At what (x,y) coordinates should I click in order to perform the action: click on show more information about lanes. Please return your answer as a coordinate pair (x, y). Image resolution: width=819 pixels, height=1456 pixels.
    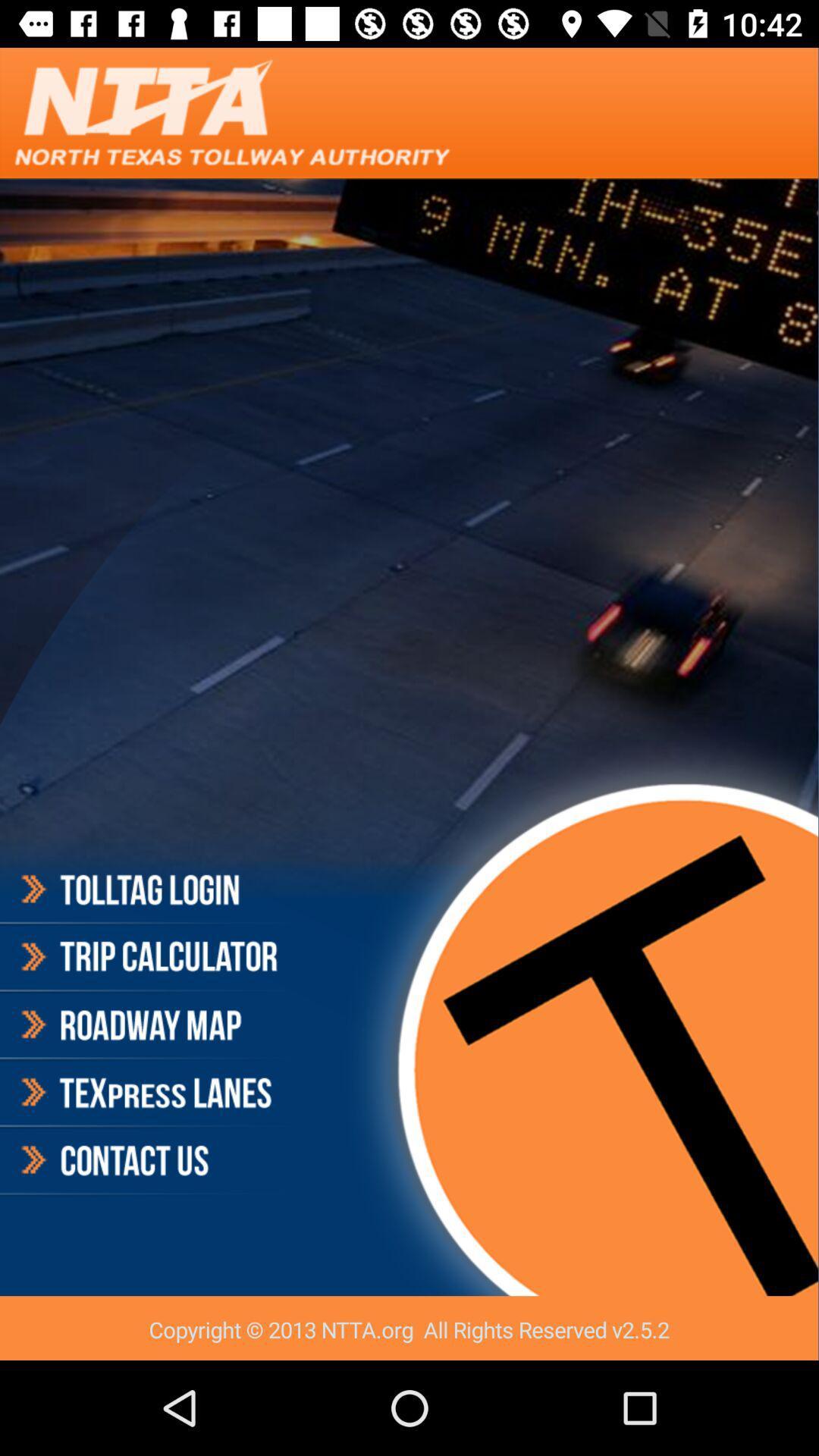
    Looking at the image, I should click on (147, 1093).